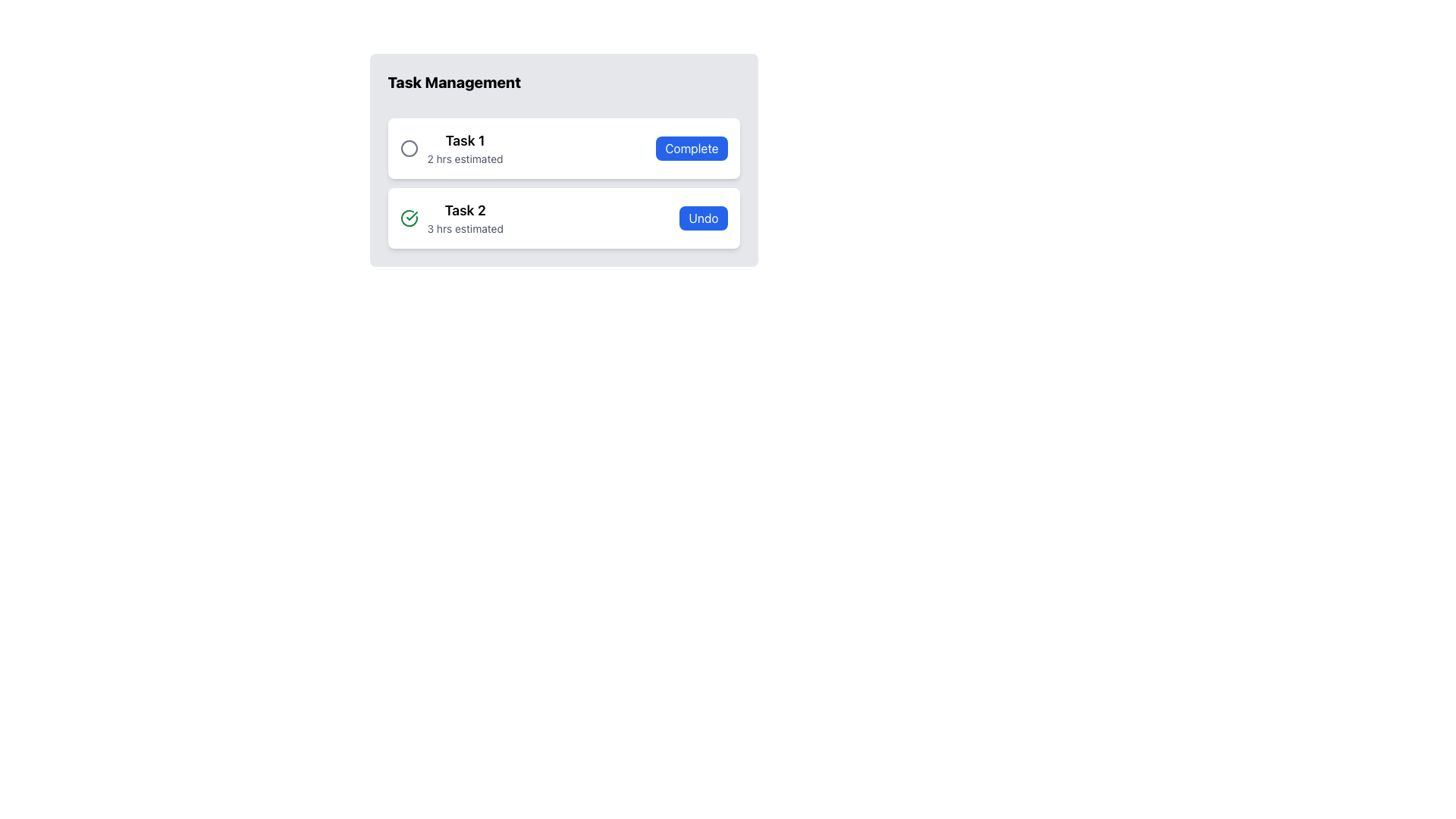 The image size is (1456, 819). I want to click on the text label indicating the estimated time duration for the associated task, which is positioned below the 'Task 1' title within the first task card and aligned to its left side, so click(464, 158).